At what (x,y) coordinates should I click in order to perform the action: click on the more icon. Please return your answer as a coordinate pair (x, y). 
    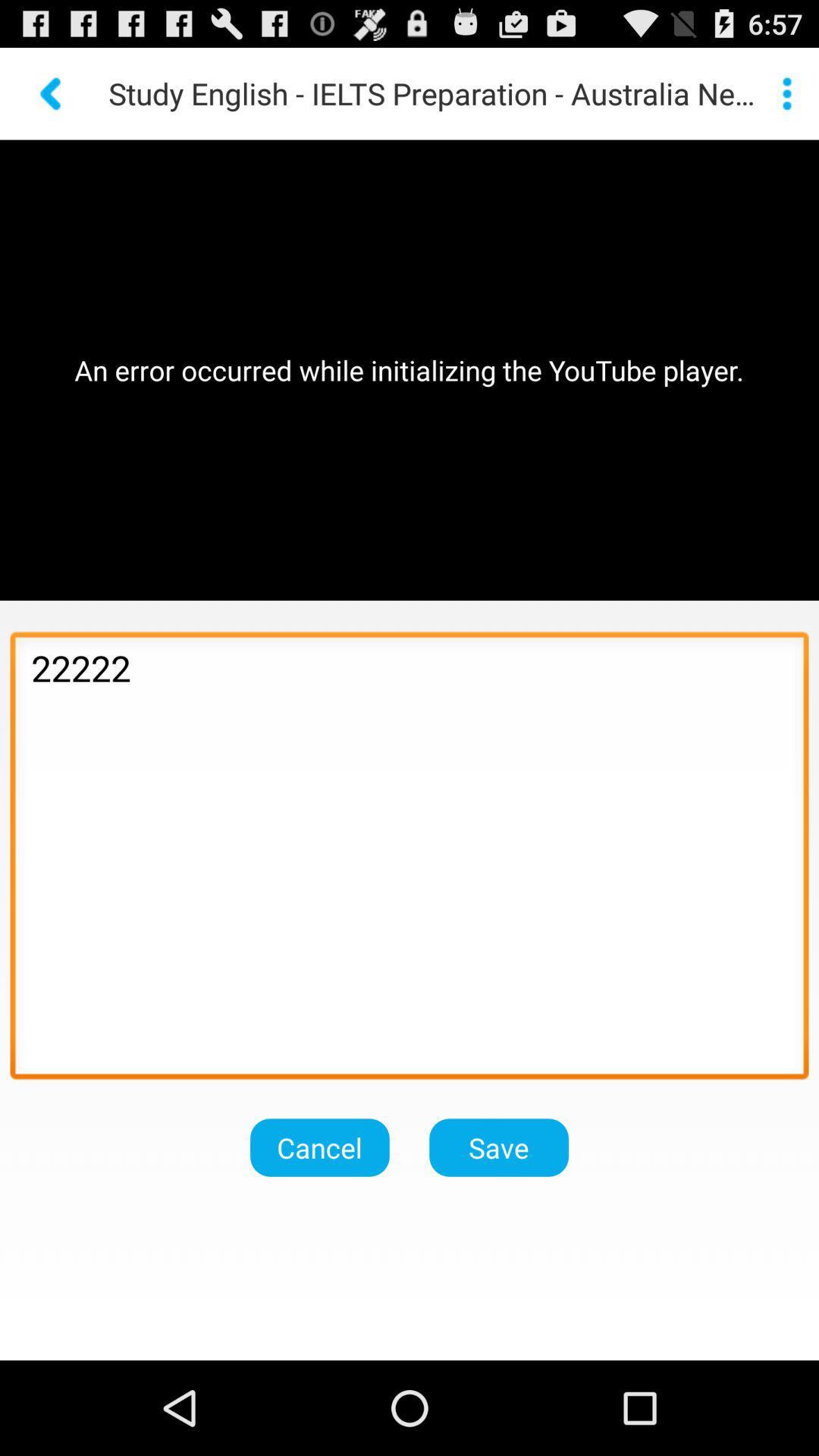
    Looking at the image, I should click on (786, 99).